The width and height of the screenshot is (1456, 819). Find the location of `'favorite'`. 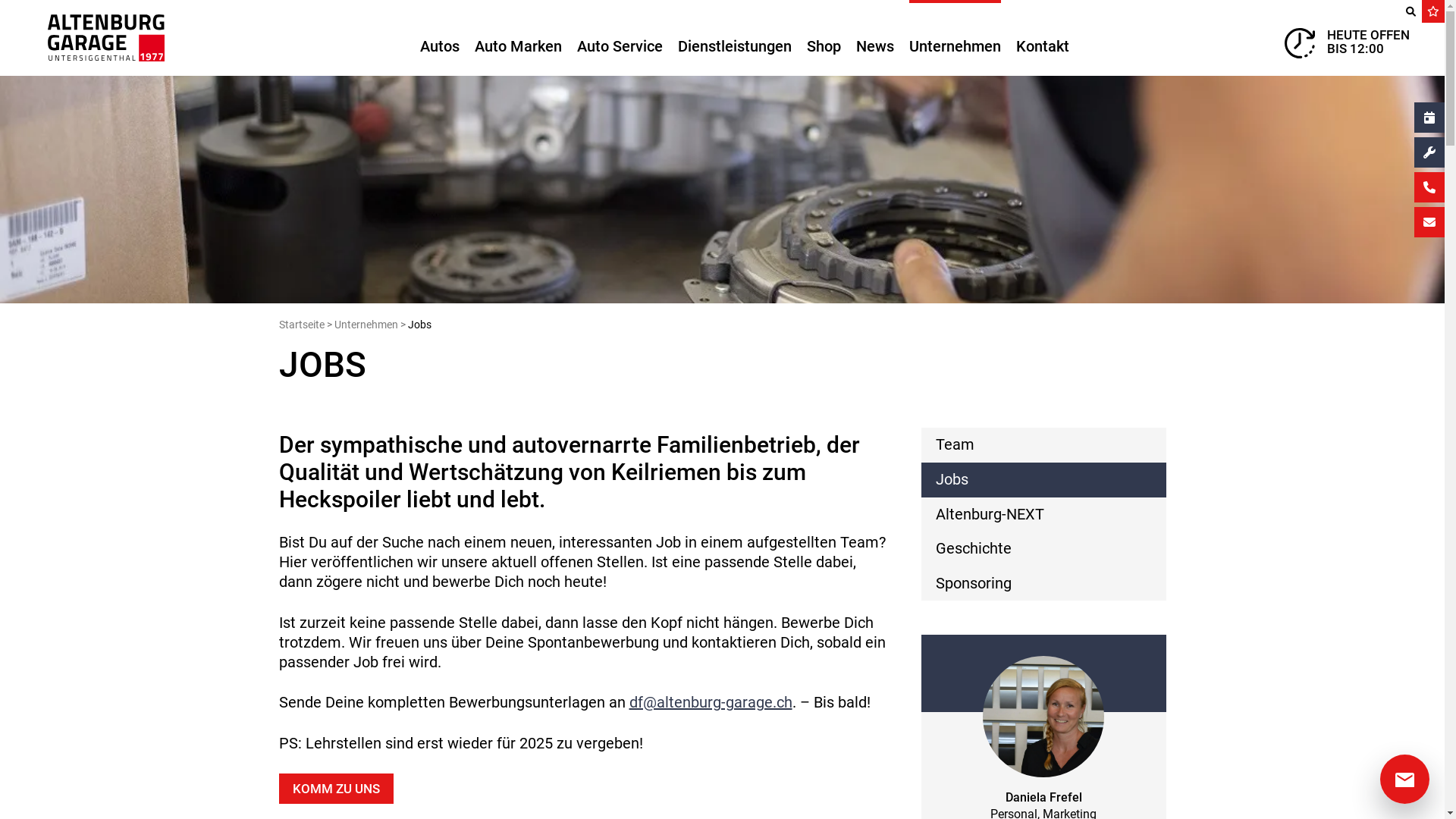

'favorite' is located at coordinates (1421, 11).